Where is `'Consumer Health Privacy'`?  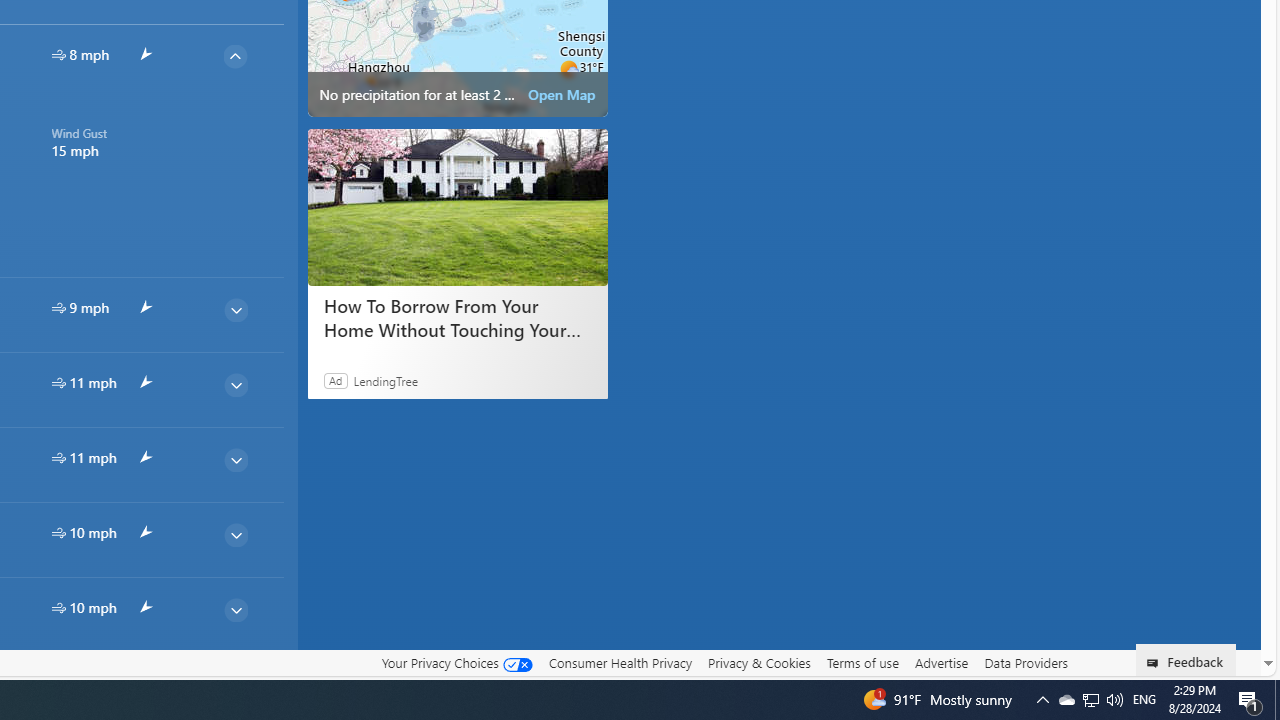
'Consumer Health Privacy' is located at coordinates (619, 662).